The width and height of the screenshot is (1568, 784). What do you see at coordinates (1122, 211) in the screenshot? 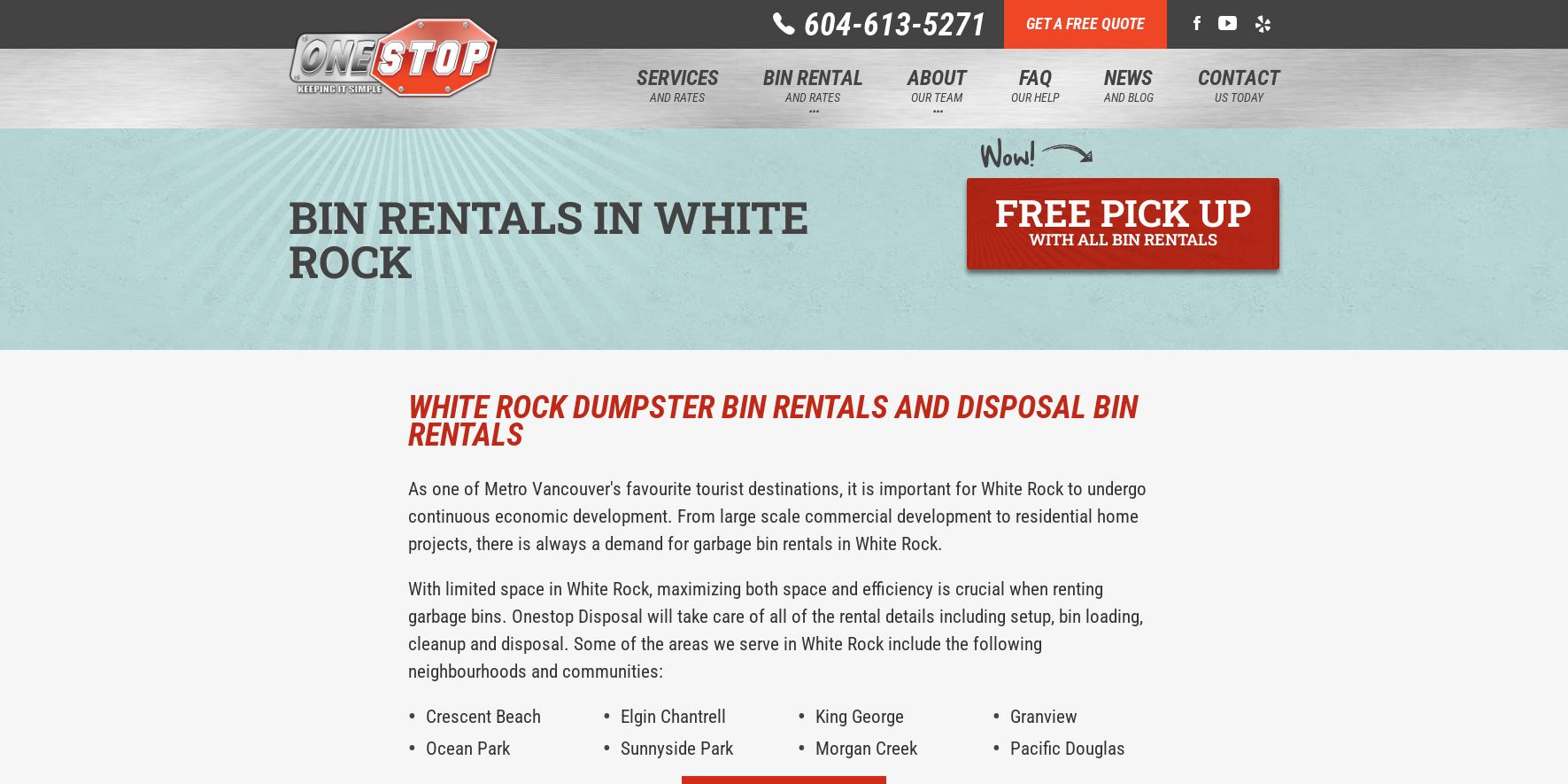
I see `'Free pick up'` at bounding box center [1122, 211].